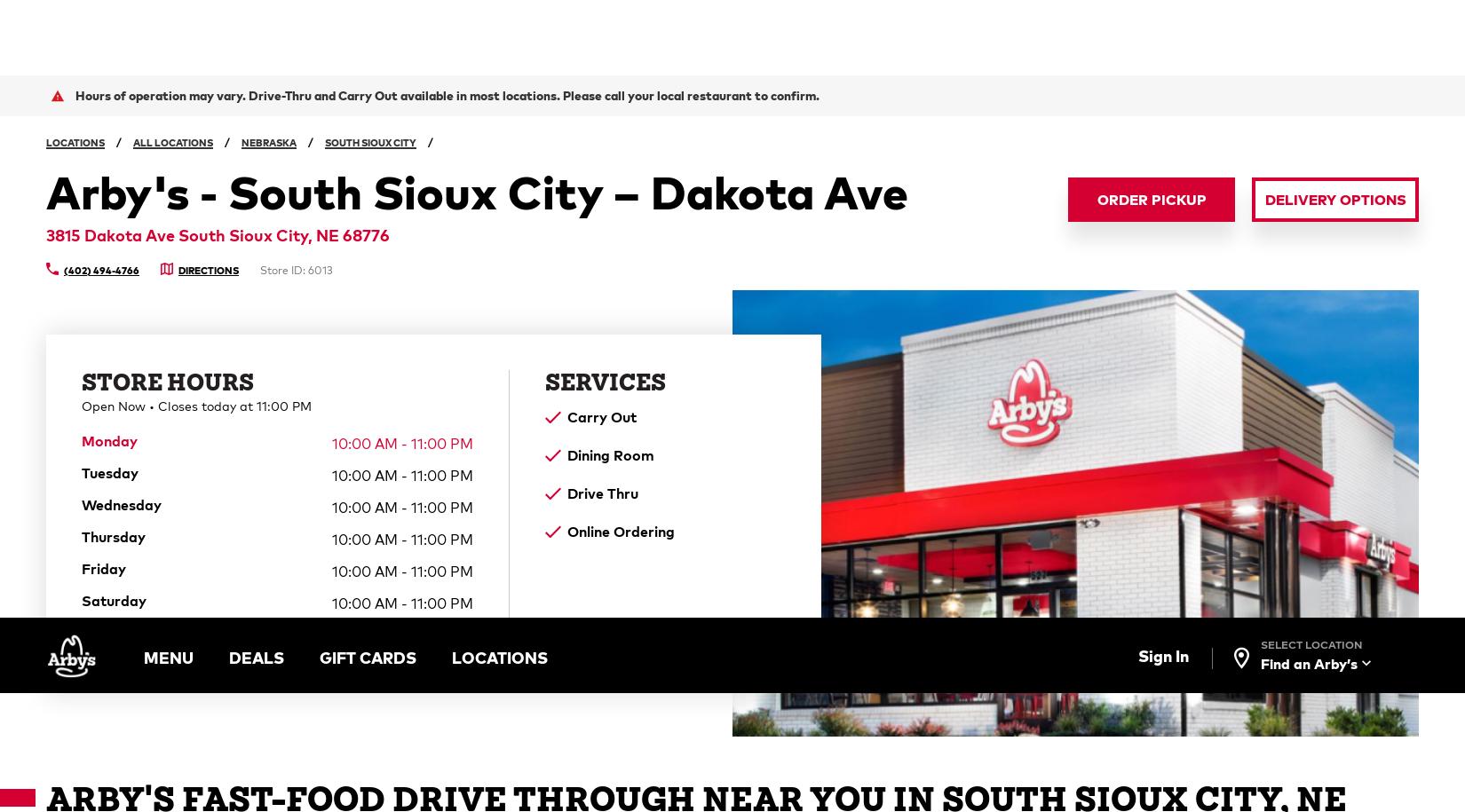 This screenshot has width=1465, height=812. I want to click on 'French Dip', so click(822, 285).